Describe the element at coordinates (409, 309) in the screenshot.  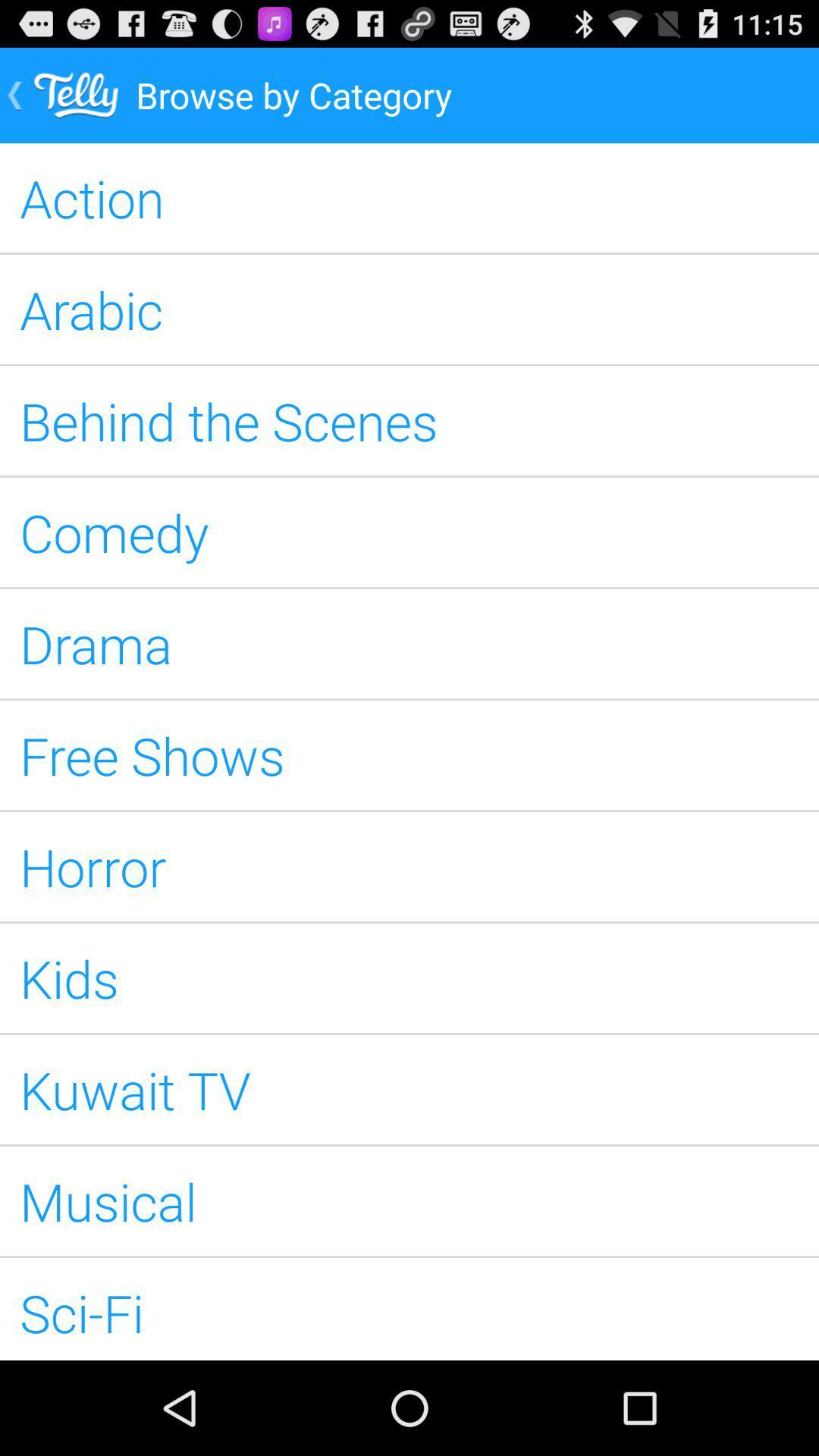
I see `icon below action` at that location.